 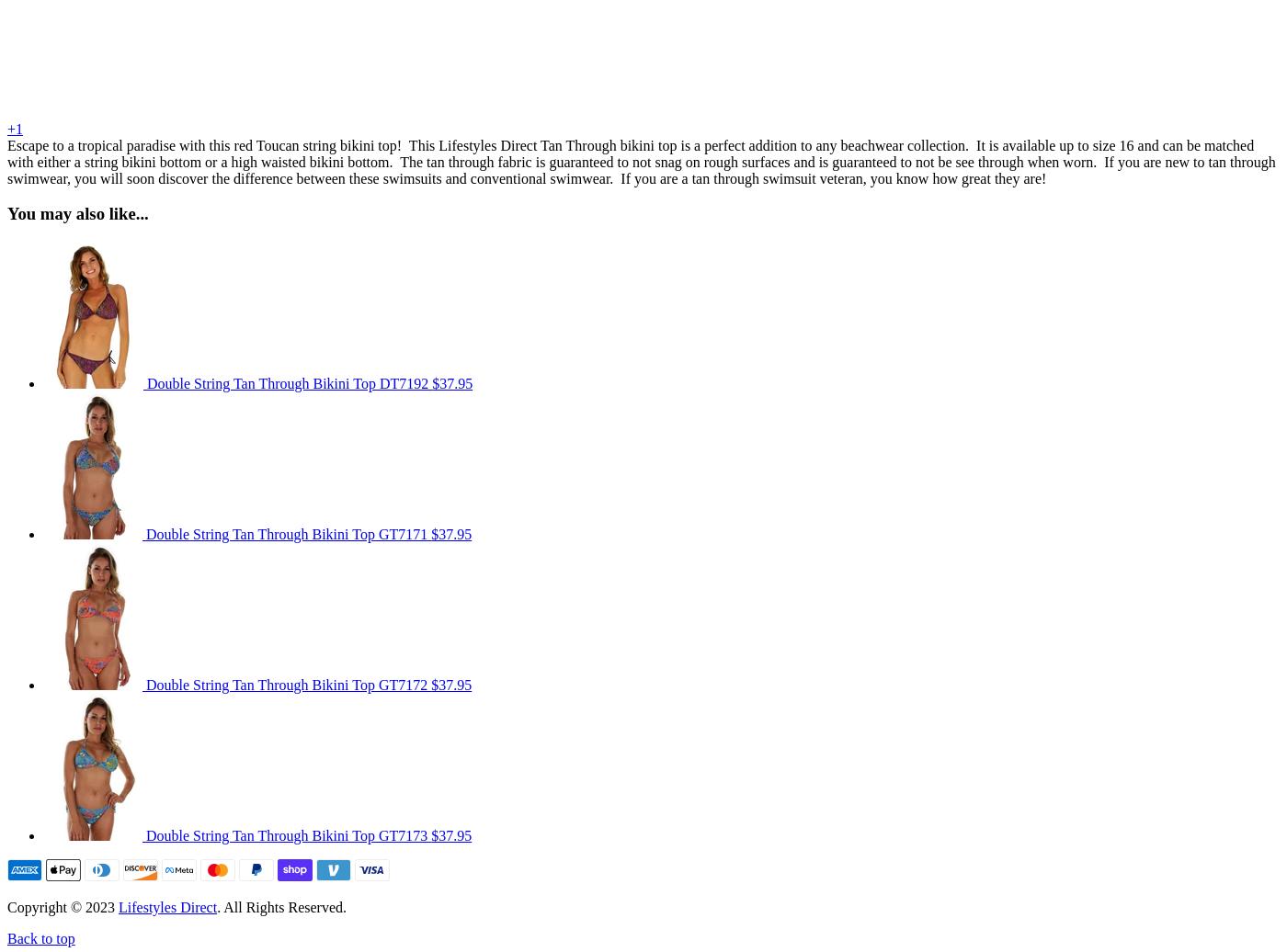 What do you see at coordinates (289, 685) in the screenshot?
I see `'Double String Tan Through Bikini Top GT7172'` at bounding box center [289, 685].